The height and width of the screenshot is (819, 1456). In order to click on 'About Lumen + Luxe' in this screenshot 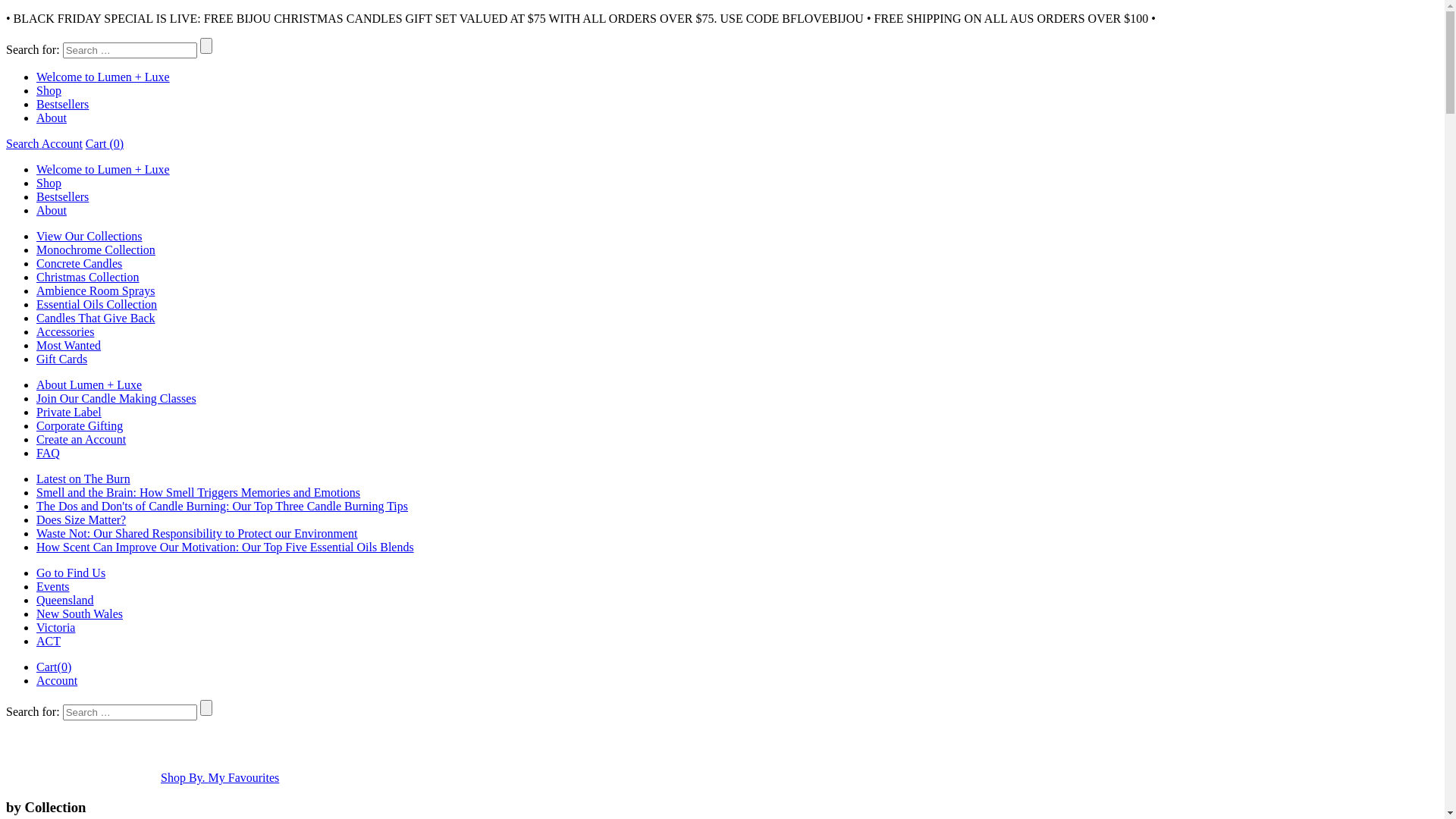, I will do `click(88, 384)`.